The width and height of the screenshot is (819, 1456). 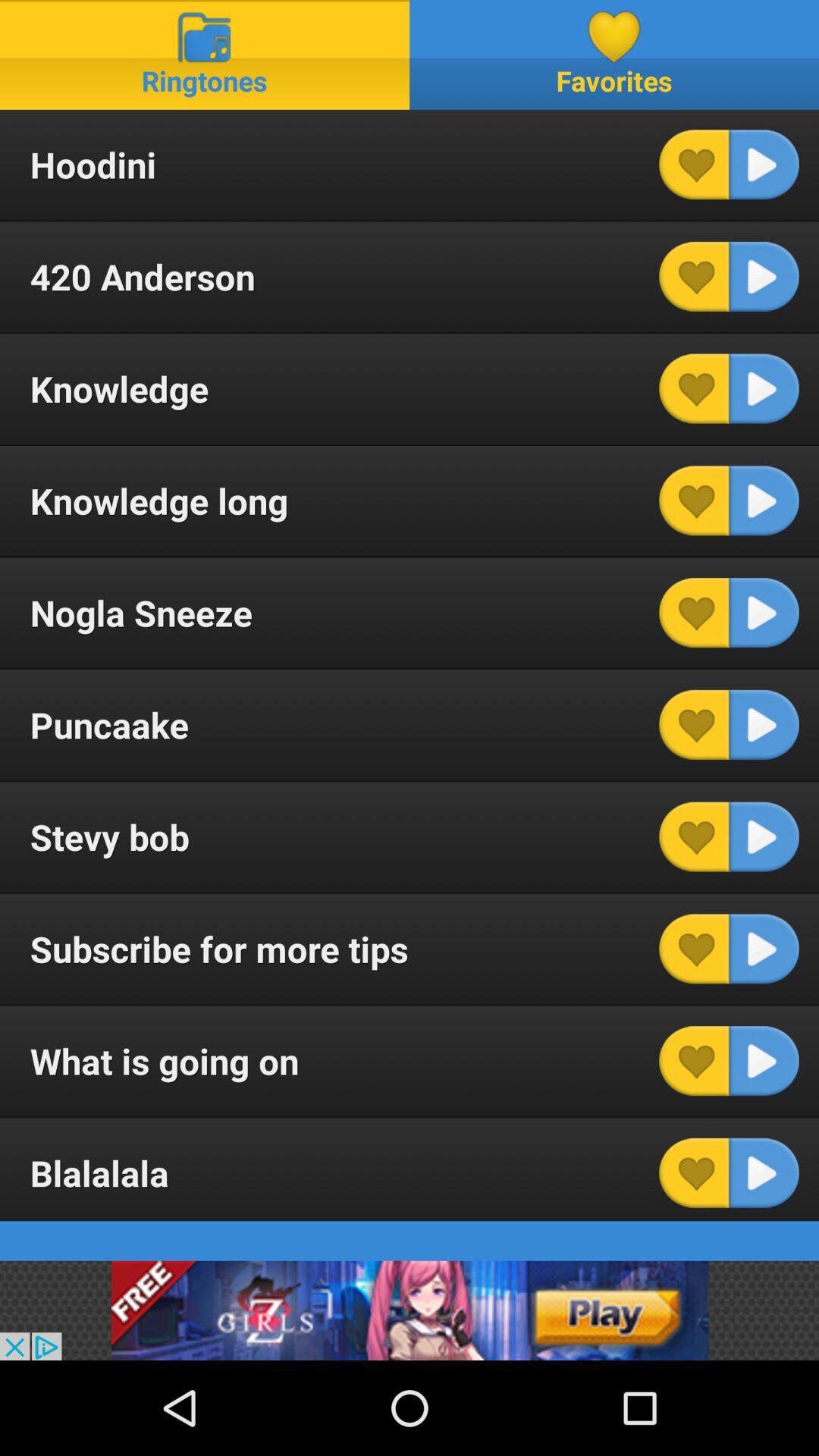 What do you see at coordinates (694, 388) in the screenshot?
I see `check knowledge` at bounding box center [694, 388].